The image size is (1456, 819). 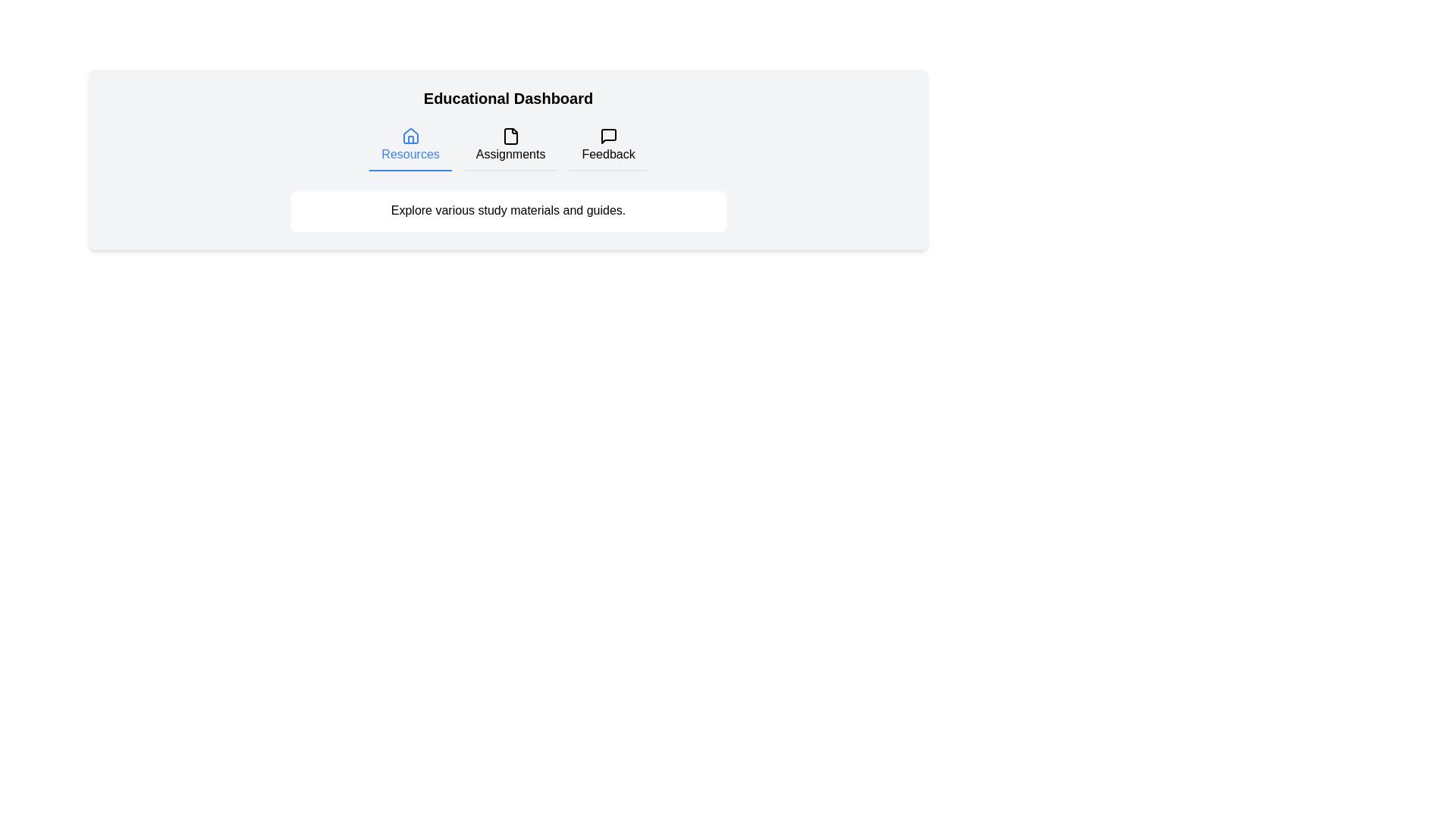 What do you see at coordinates (508, 210) in the screenshot?
I see `text displayed in the rectangular white box with rounded corners that contains the message 'Explore various study materials and guides.'` at bounding box center [508, 210].